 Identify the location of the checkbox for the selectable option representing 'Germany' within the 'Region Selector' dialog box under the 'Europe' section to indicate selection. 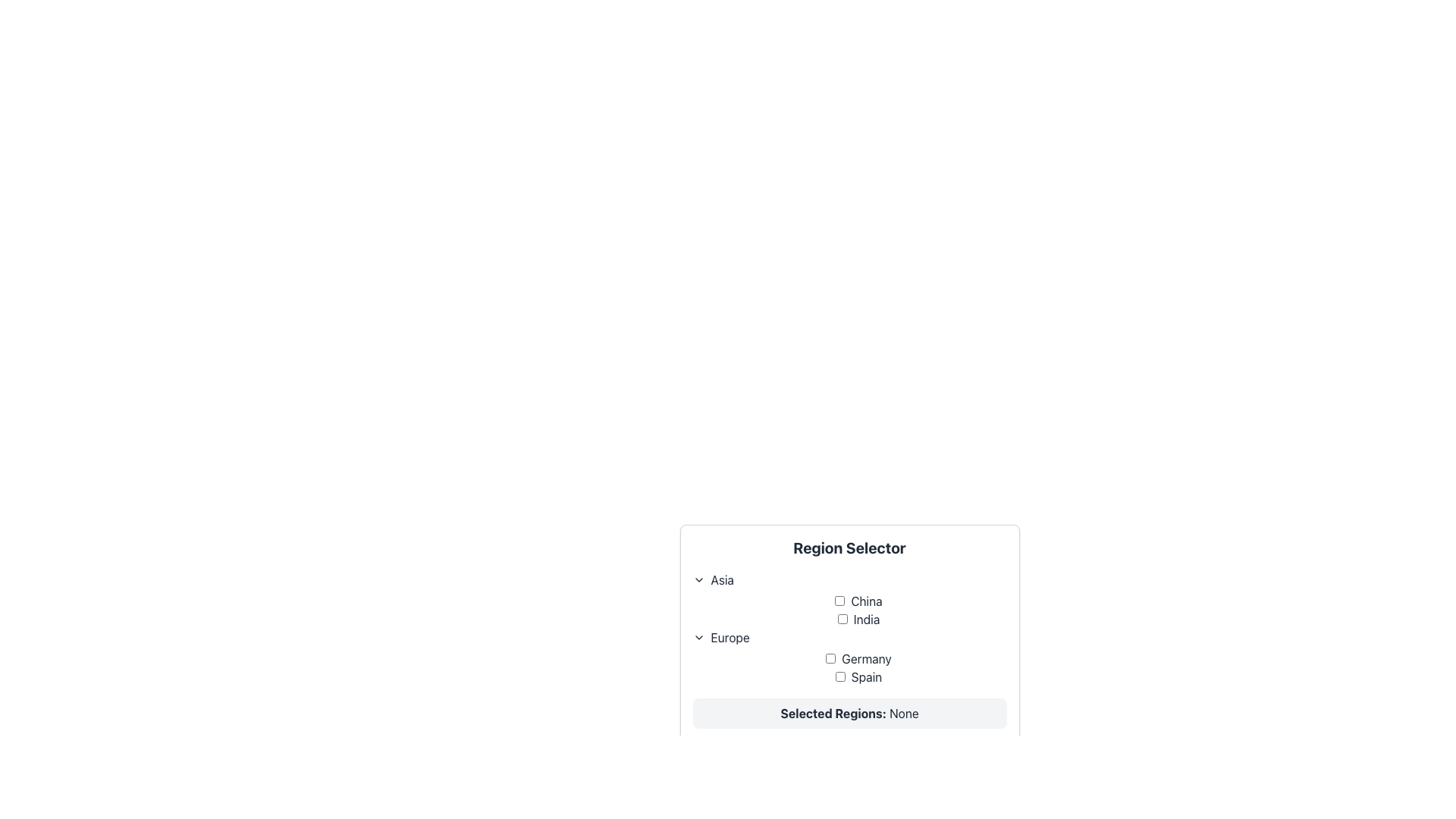
(858, 657).